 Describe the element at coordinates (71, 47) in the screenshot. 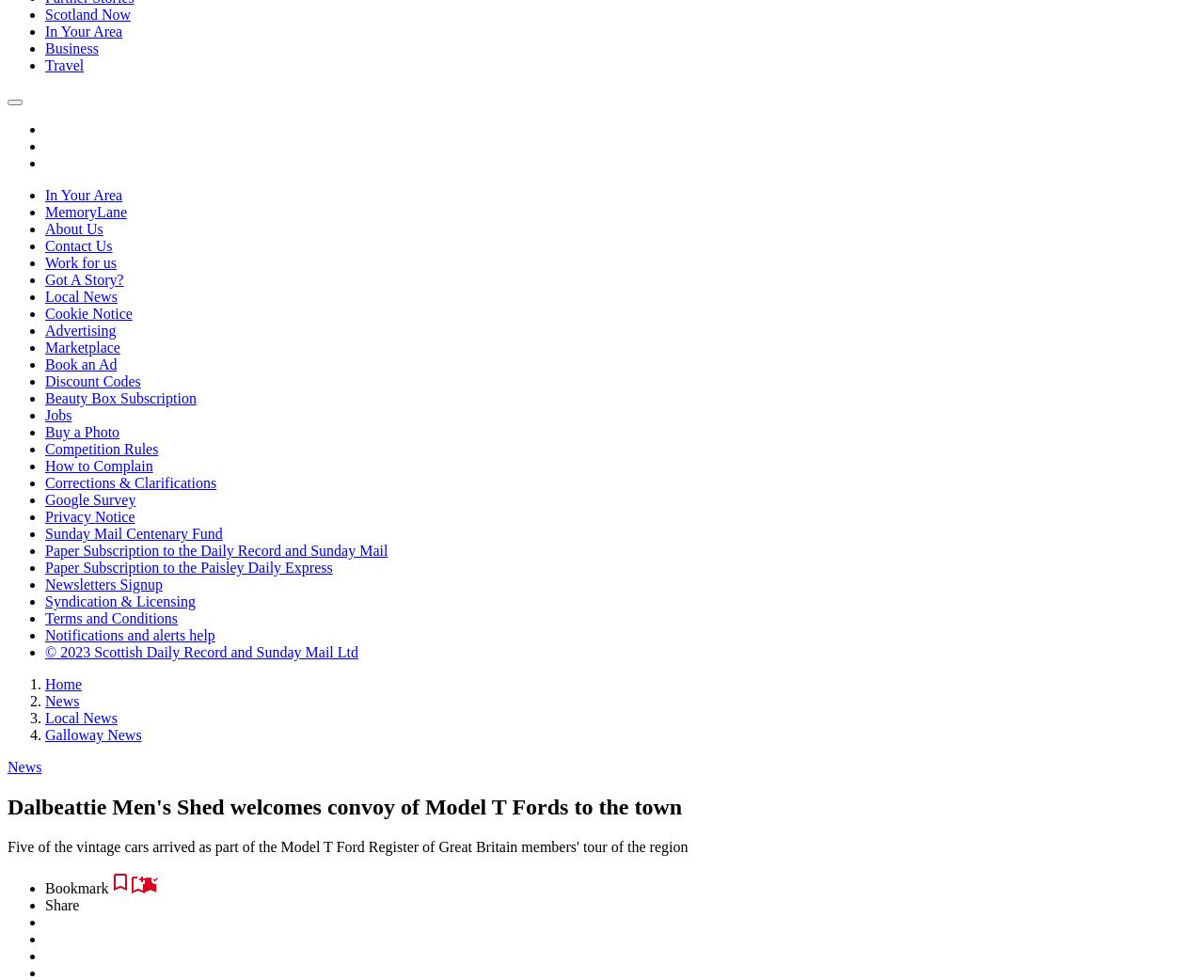

I see `'Business'` at that location.